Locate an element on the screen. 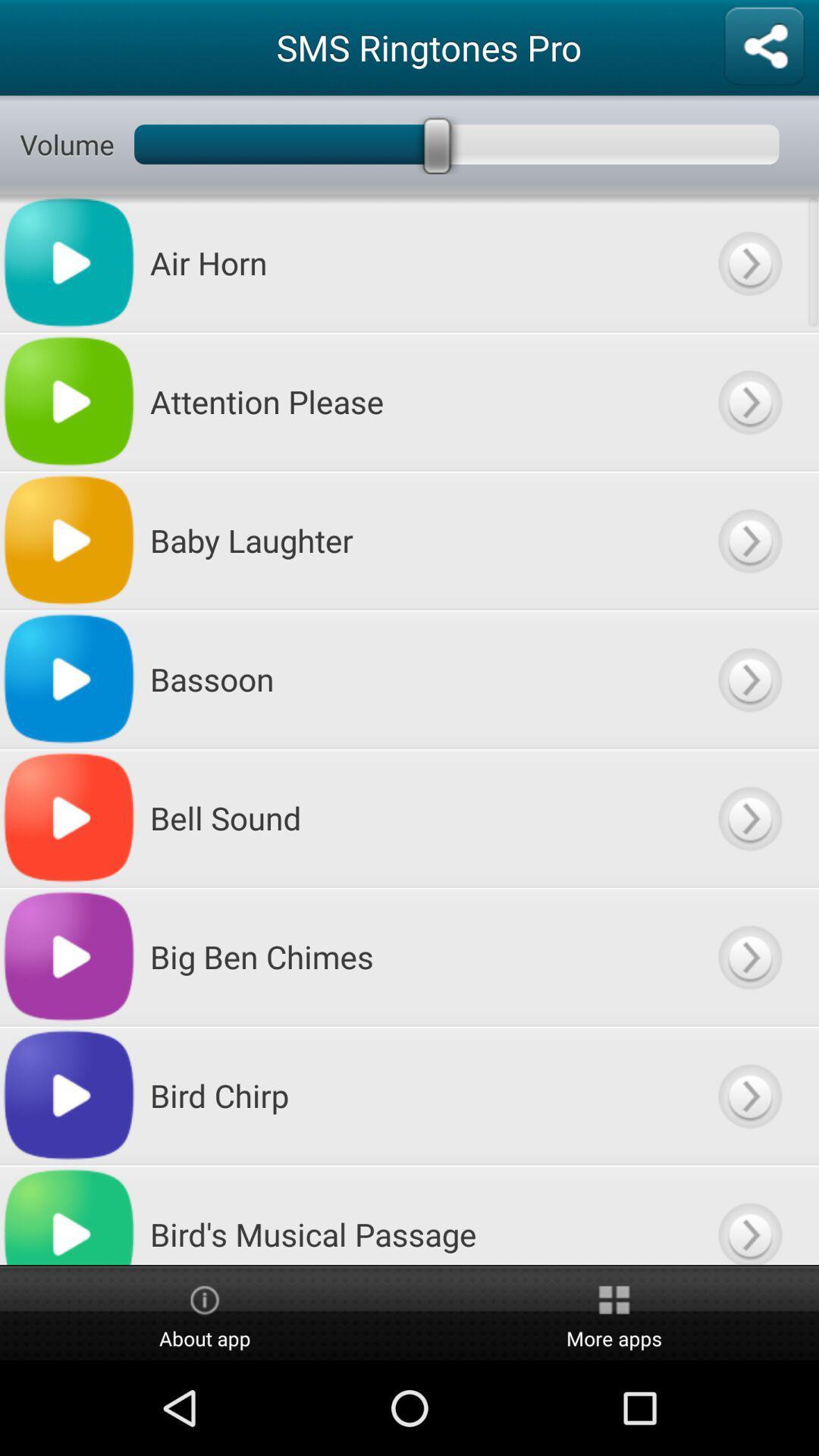 Image resolution: width=819 pixels, height=1456 pixels. use big ben chimes is located at coordinates (748, 955).